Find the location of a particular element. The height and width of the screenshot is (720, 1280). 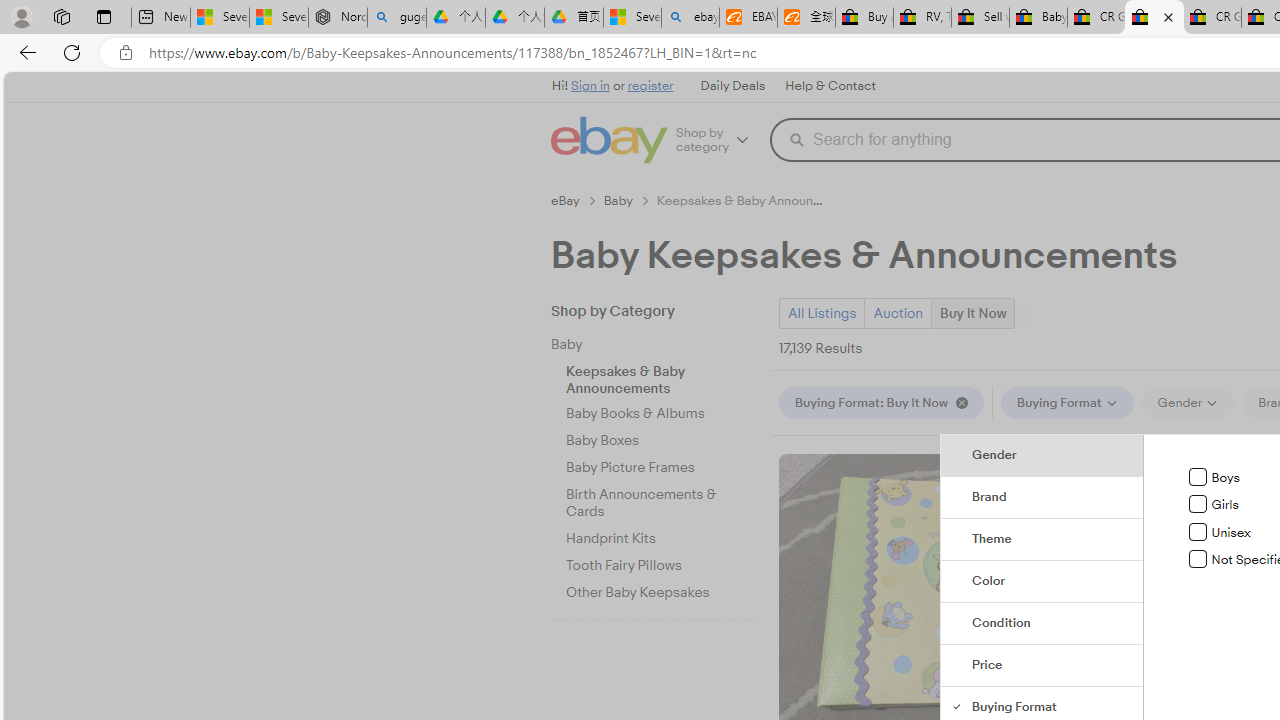

'Color' is located at coordinates (1041, 582).